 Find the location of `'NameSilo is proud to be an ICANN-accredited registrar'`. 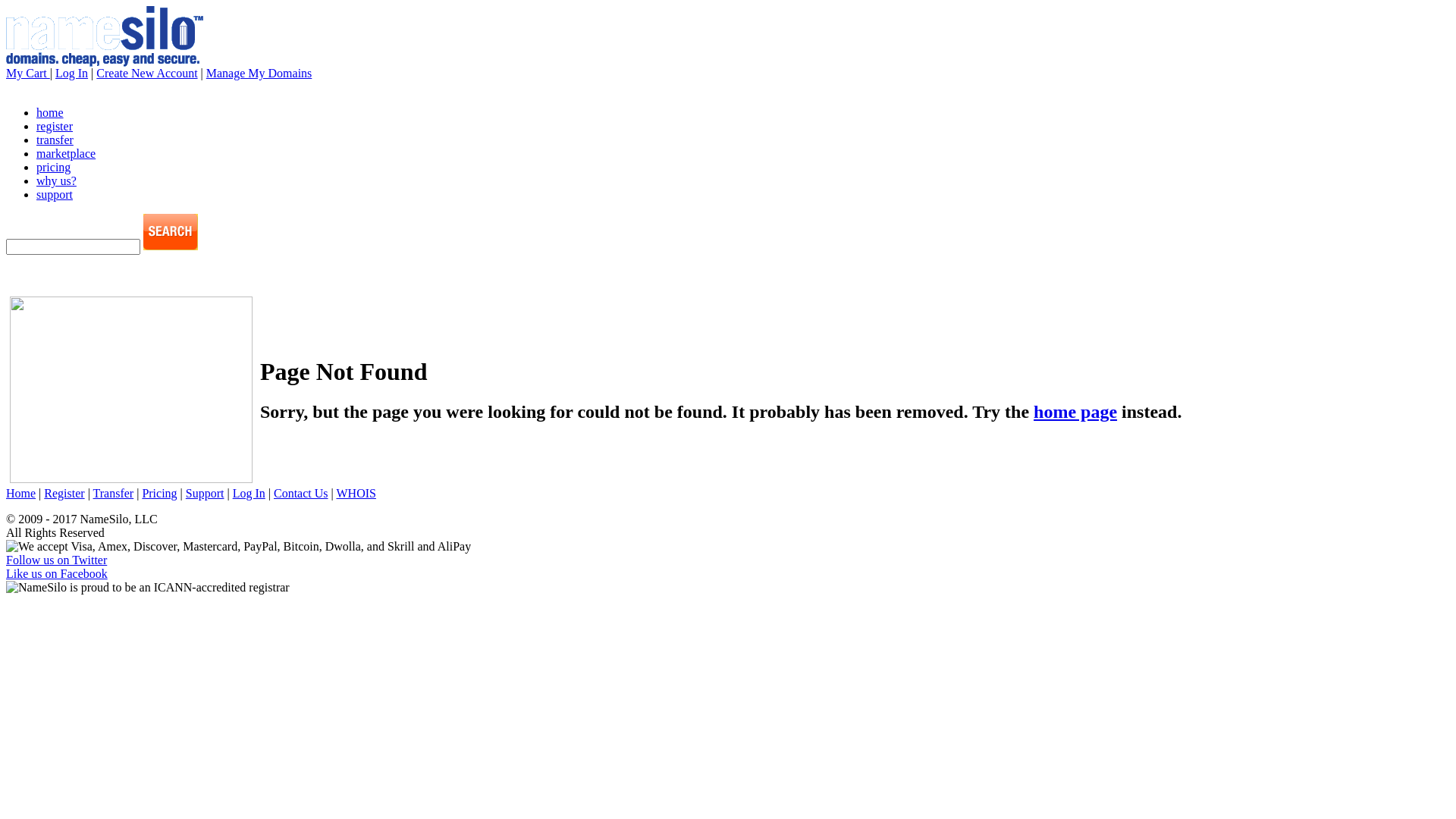

'NameSilo is proud to be an ICANN-accredited registrar' is located at coordinates (148, 587).